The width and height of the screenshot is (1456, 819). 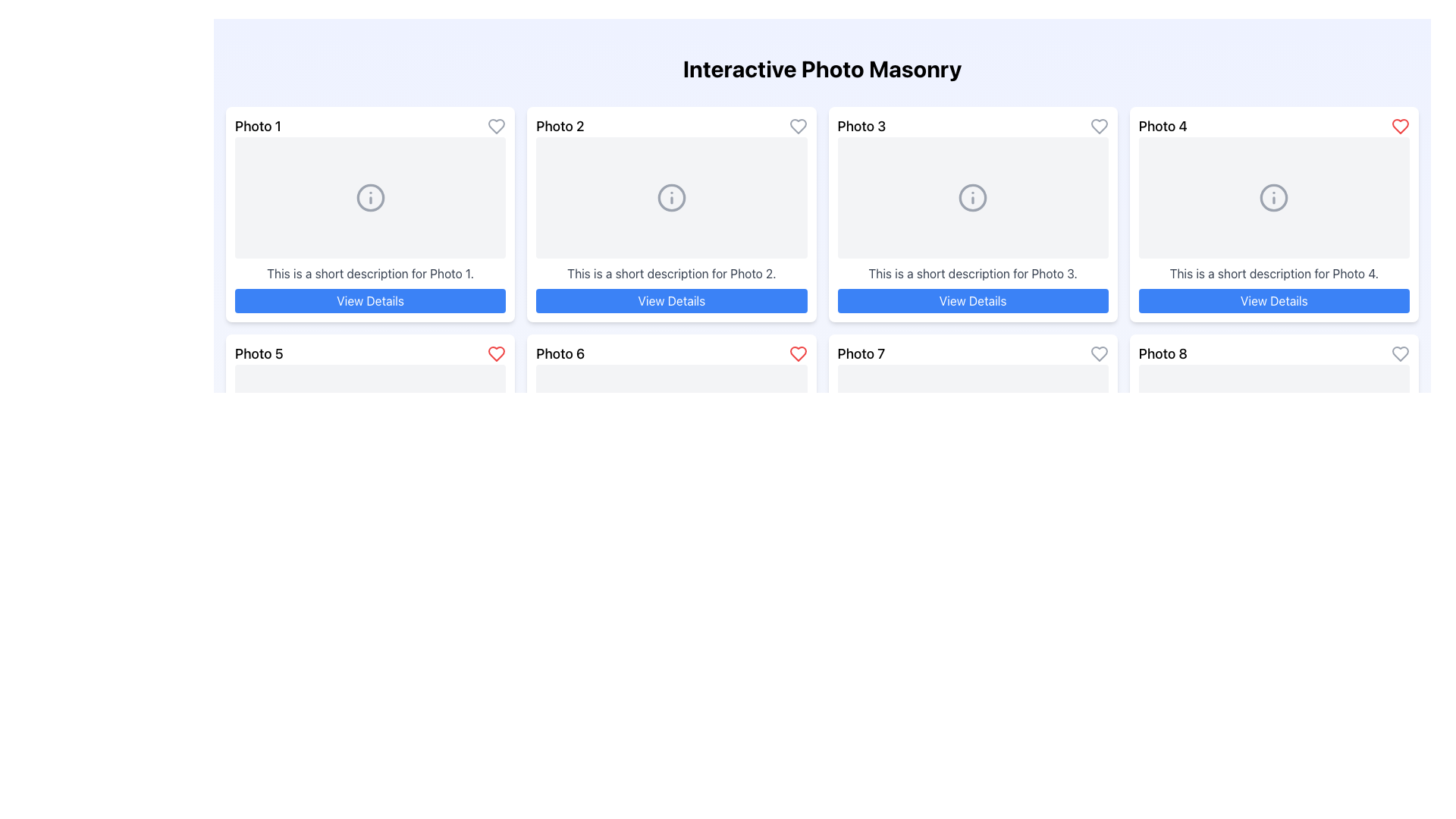 What do you see at coordinates (797, 125) in the screenshot?
I see `the heart-shaped icon button in the top-right corner of the card labeled 'Photo 2'` at bounding box center [797, 125].